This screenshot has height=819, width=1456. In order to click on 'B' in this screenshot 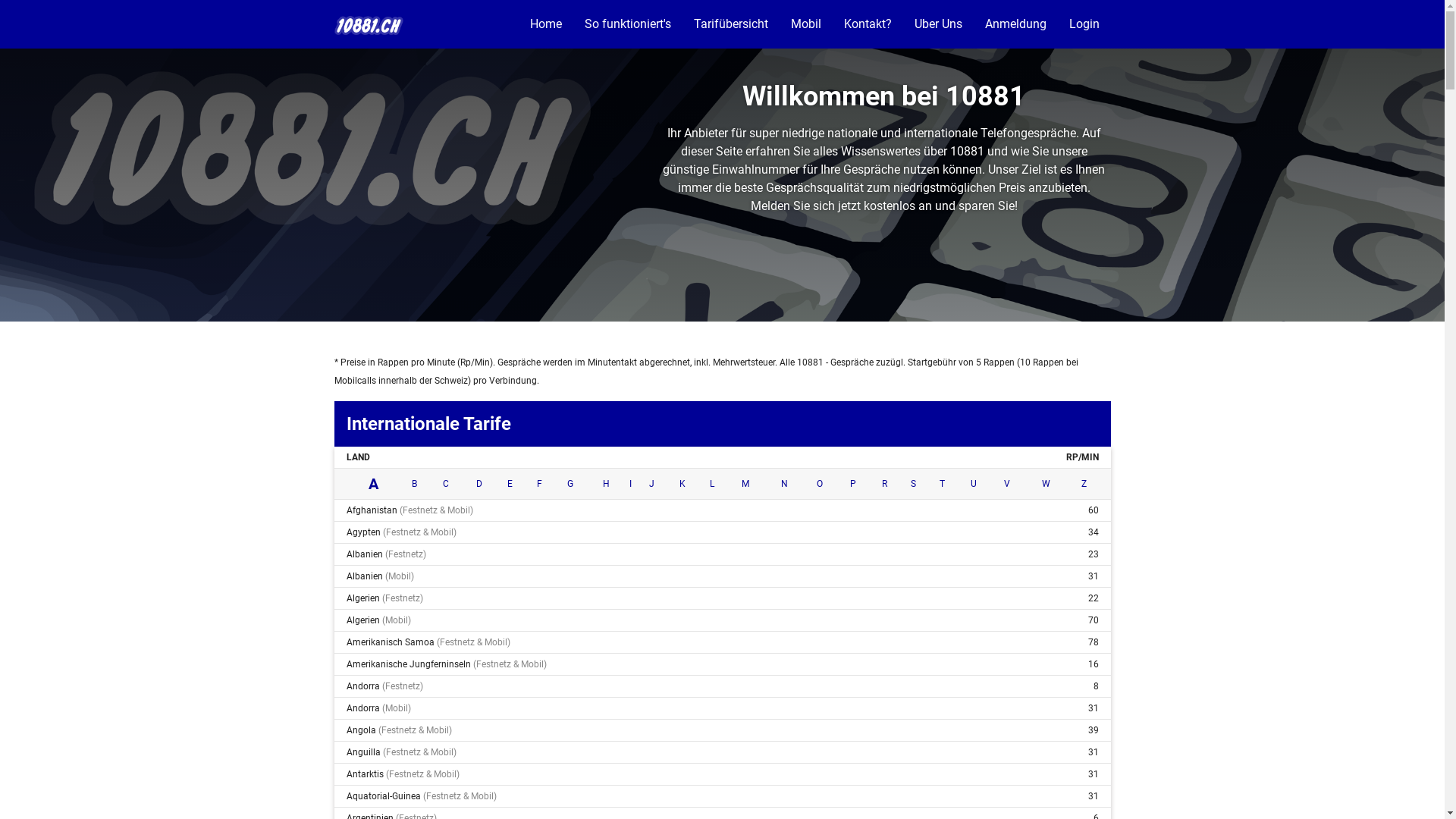, I will do `click(414, 483)`.